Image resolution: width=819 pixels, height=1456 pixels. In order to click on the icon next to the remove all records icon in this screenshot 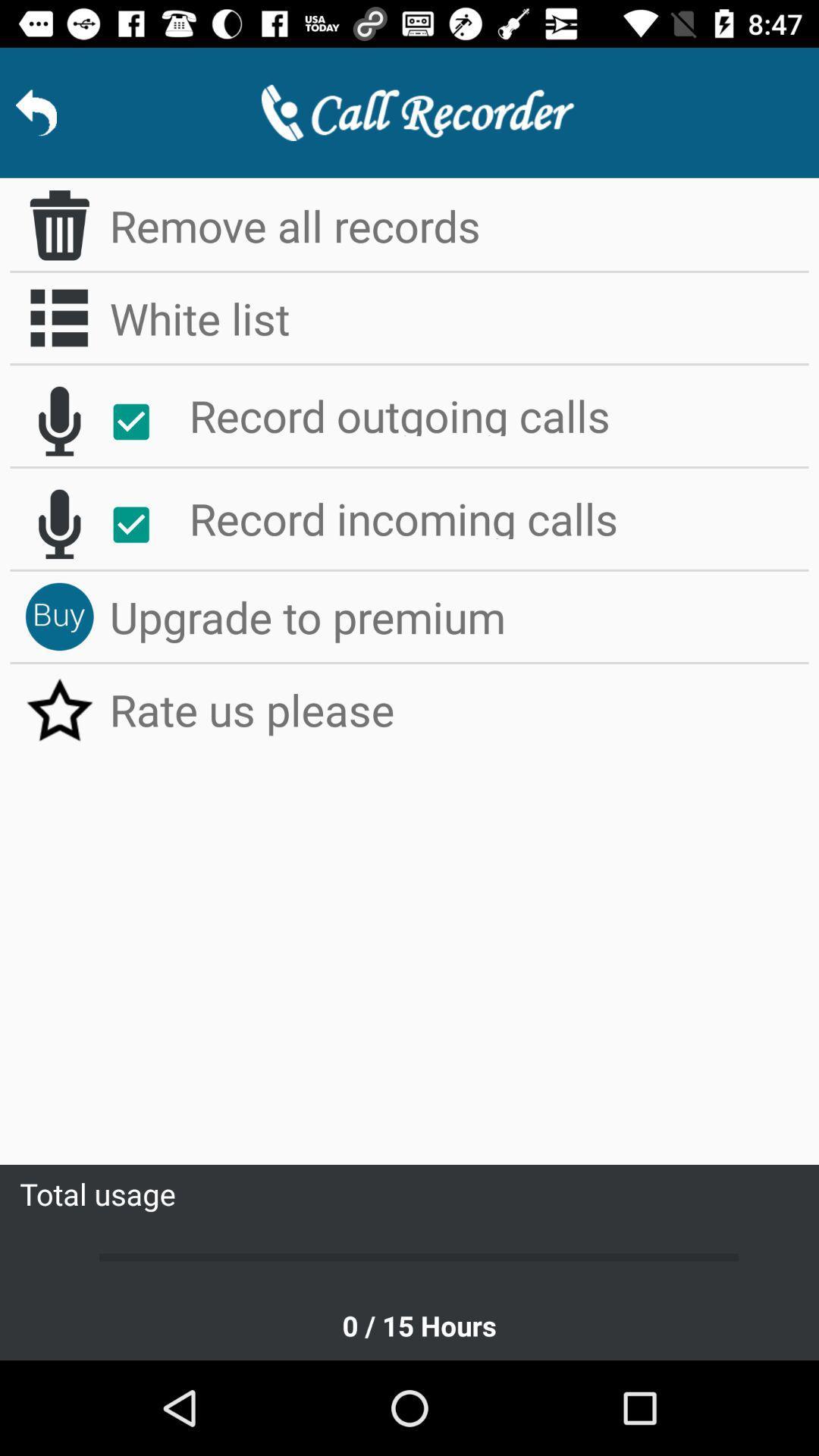, I will do `click(58, 224)`.